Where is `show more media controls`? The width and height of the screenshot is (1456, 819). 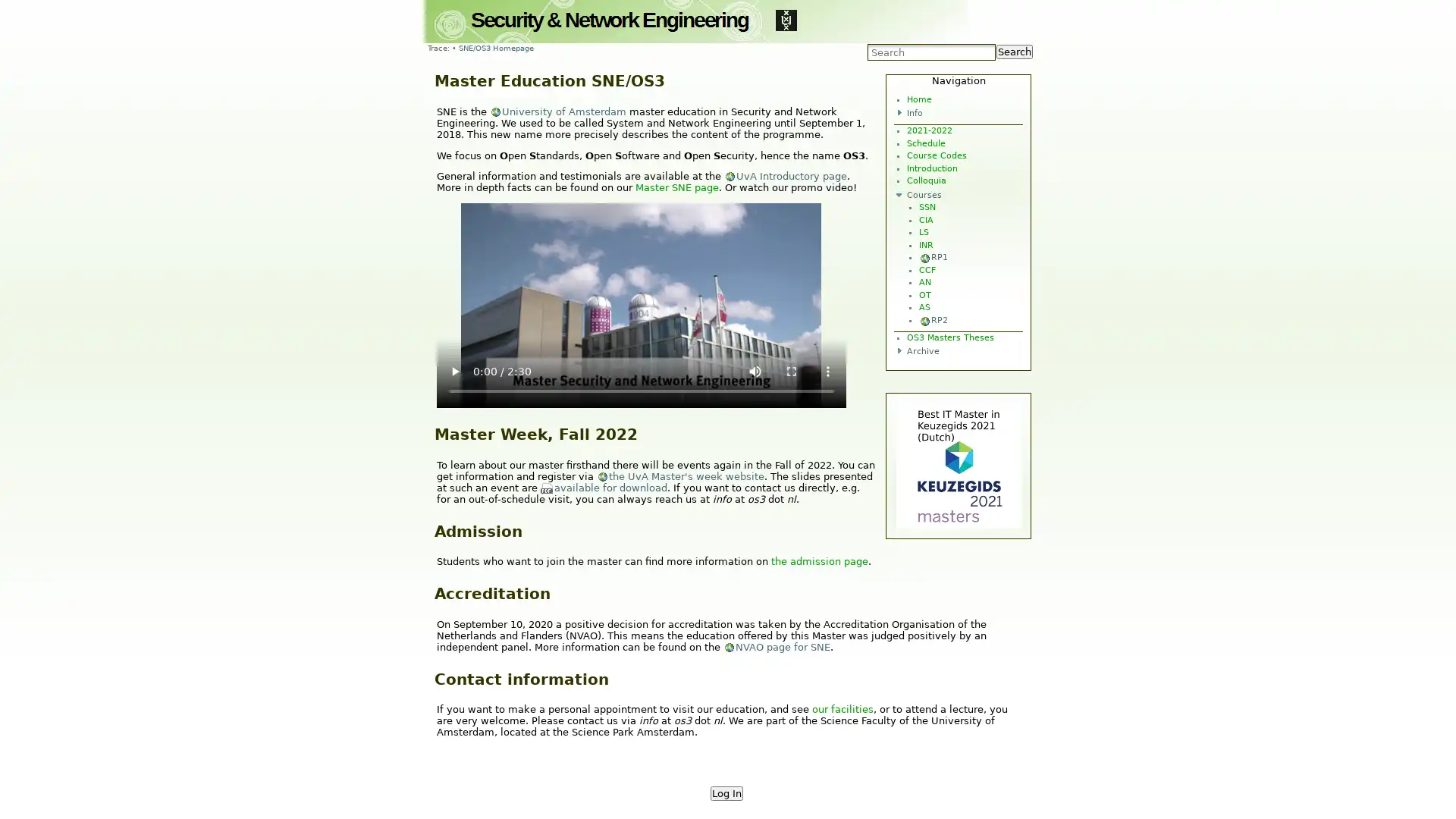
show more media controls is located at coordinates (826, 371).